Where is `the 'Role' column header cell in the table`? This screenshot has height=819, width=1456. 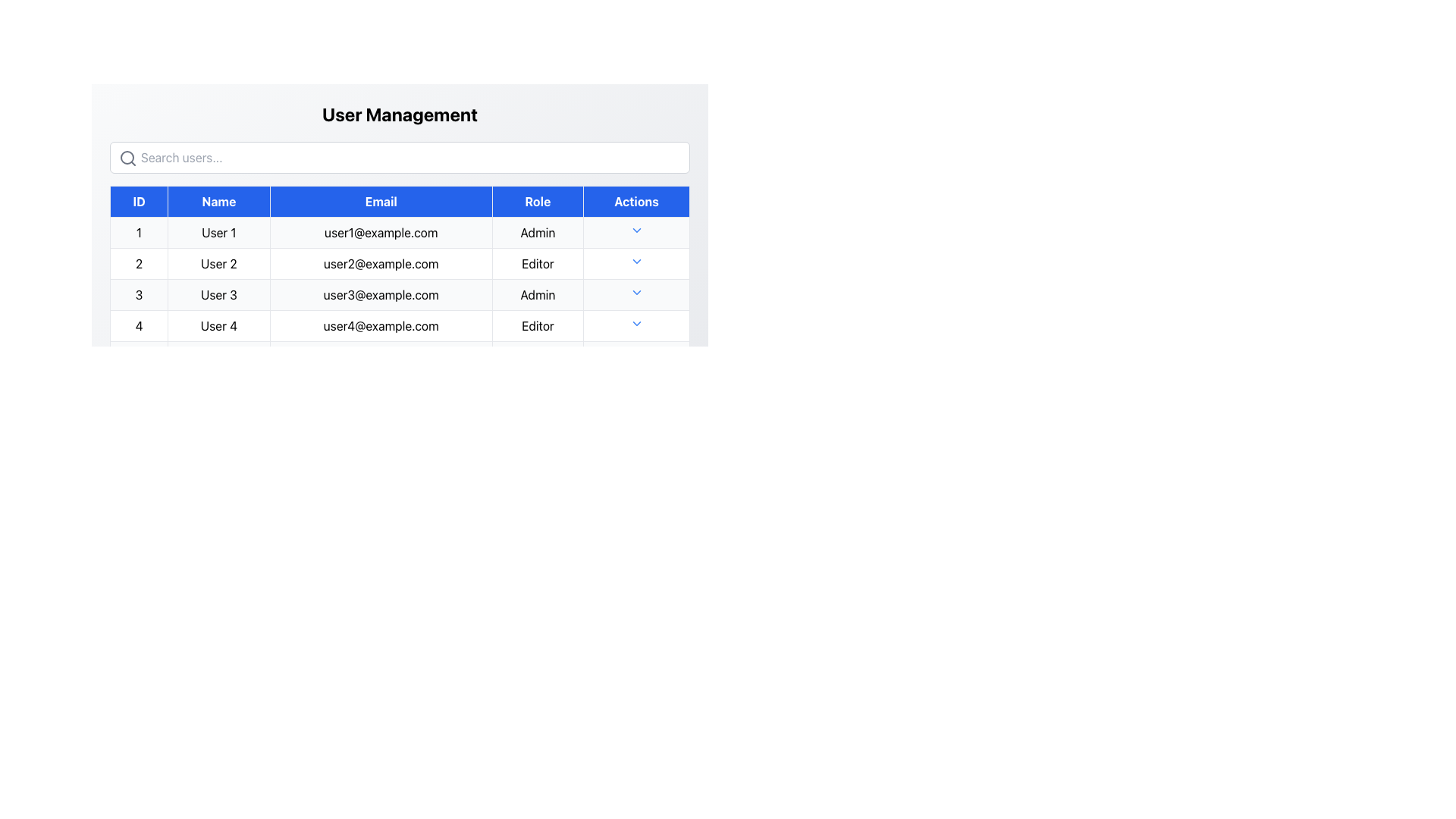
the 'Role' column header cell in the table is located at coordinates (538, 201).